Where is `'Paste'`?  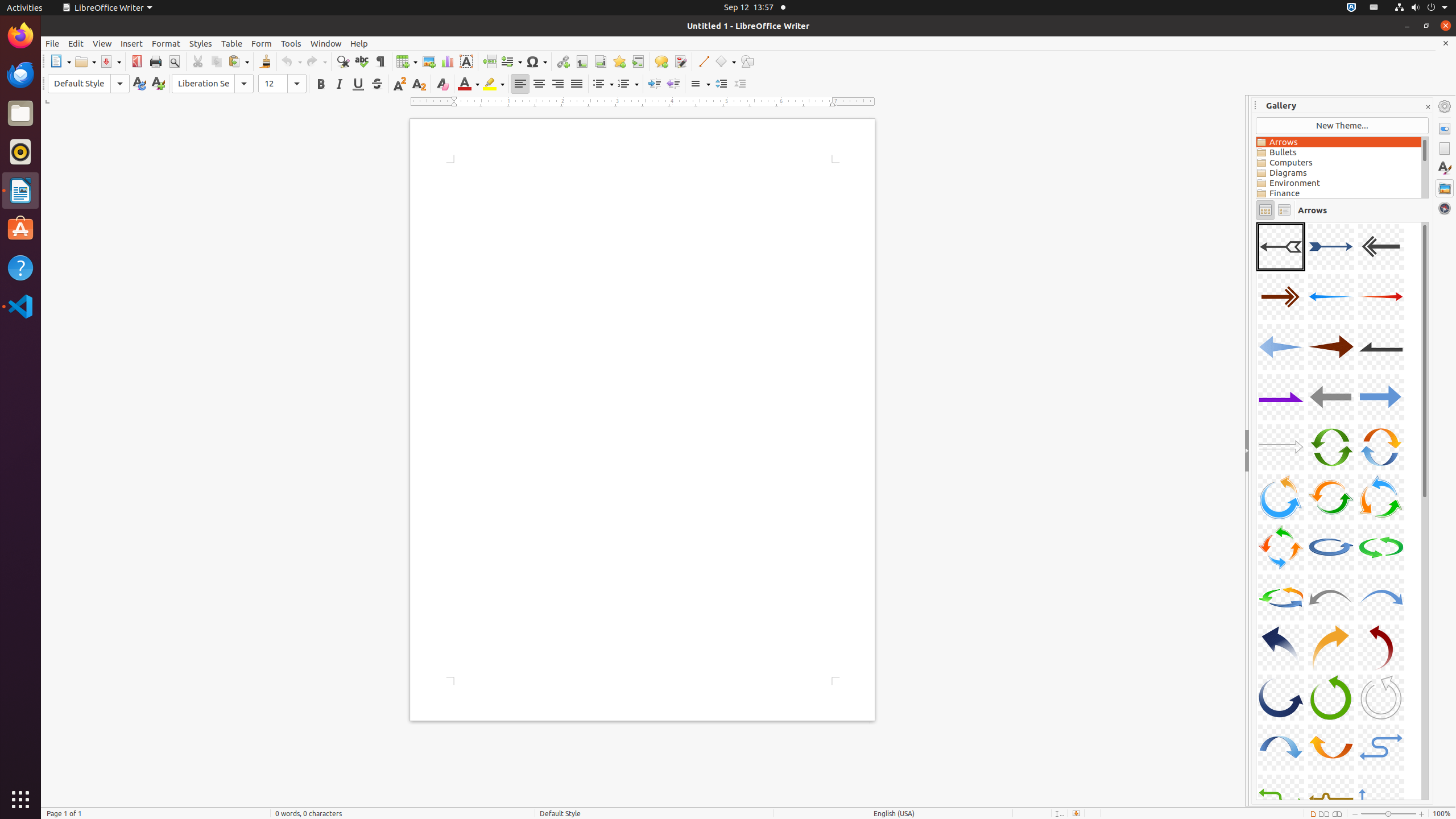
'Paste' is located at coordinates (238, 61).